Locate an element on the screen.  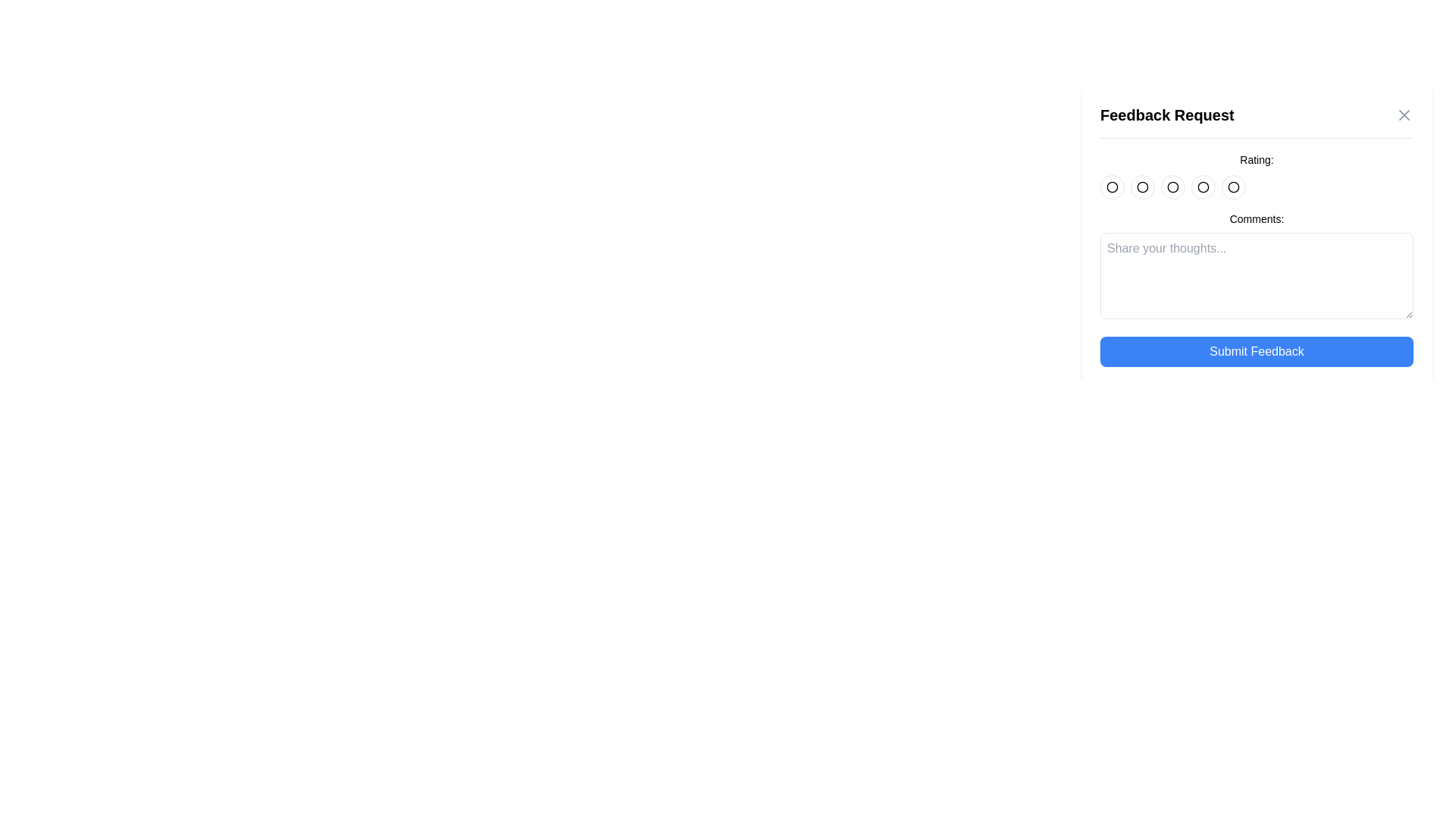
the second circular button with a hollow center and a thin border located near the top-right section of the form is located at coordinates (1143, 186).